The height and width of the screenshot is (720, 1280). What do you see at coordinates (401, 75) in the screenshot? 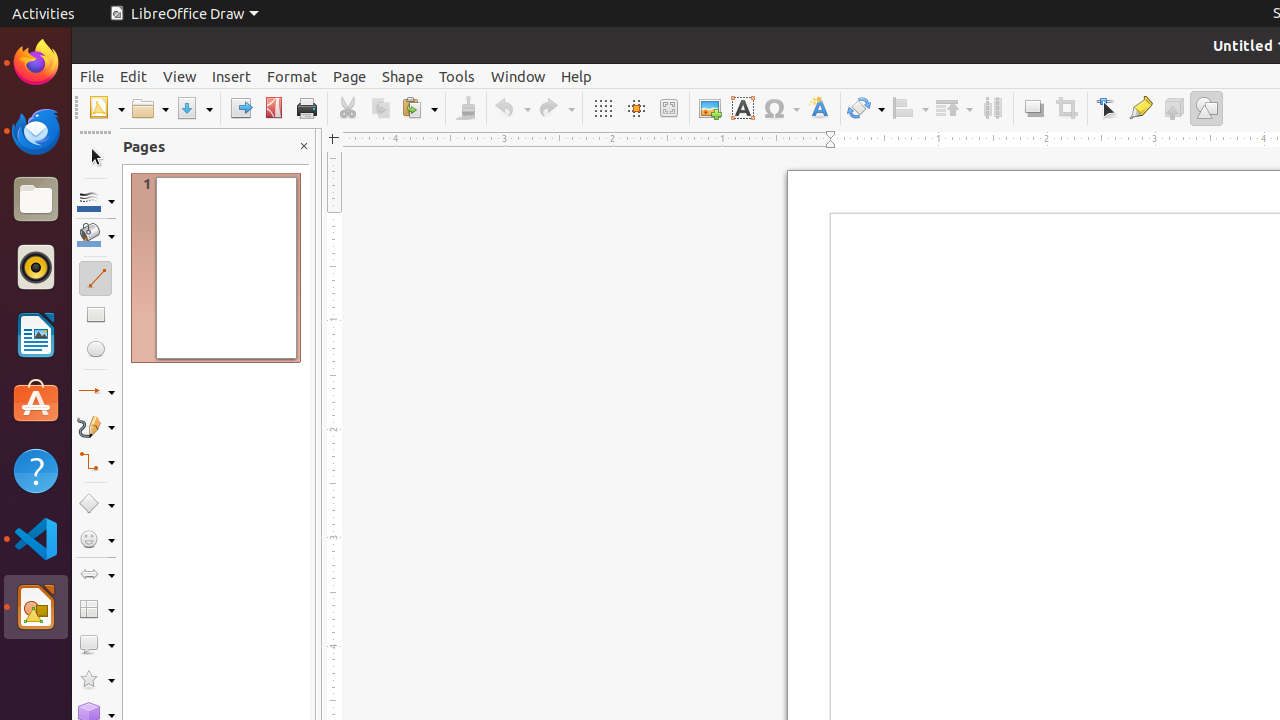
I see `'Shape'` at bounding box center [401, 75].